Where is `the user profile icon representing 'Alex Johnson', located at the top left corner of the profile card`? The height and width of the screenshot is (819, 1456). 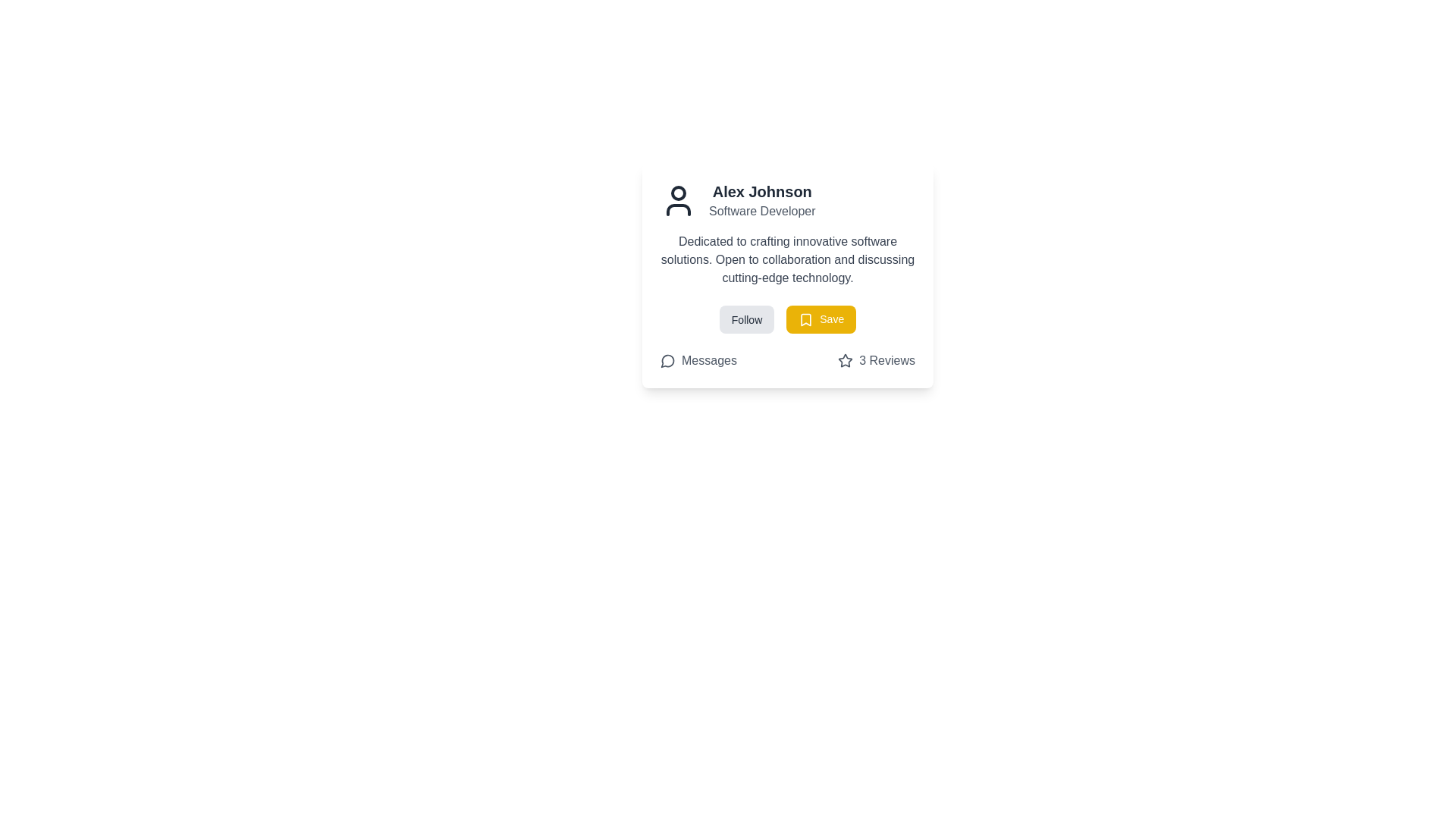 the user profile icon representing 'Alex Johnson', located at the top left corner of the profile card is located at coordinates (677, 200).